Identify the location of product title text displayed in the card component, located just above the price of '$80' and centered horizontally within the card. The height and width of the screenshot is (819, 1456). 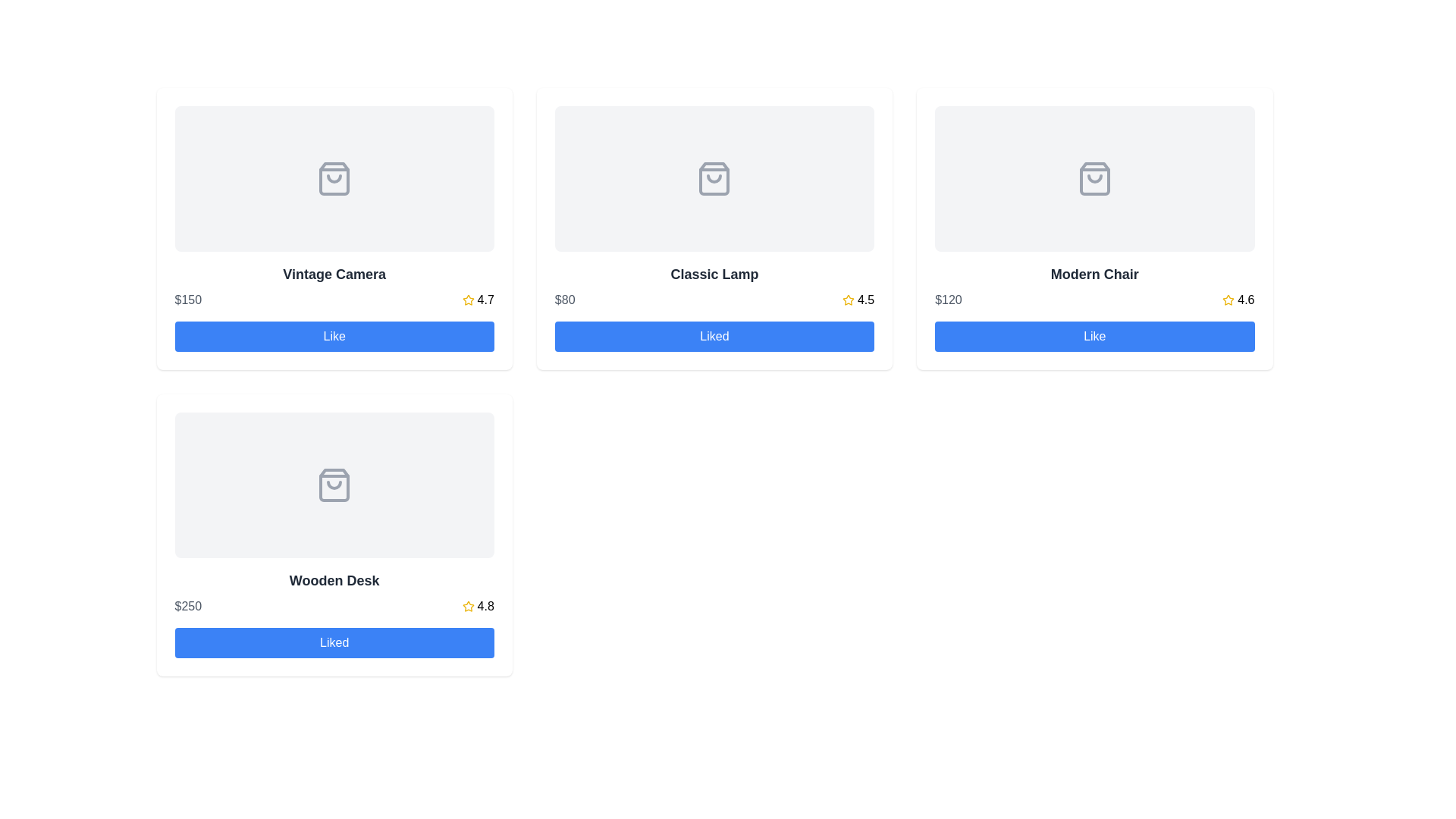
(714, 275).